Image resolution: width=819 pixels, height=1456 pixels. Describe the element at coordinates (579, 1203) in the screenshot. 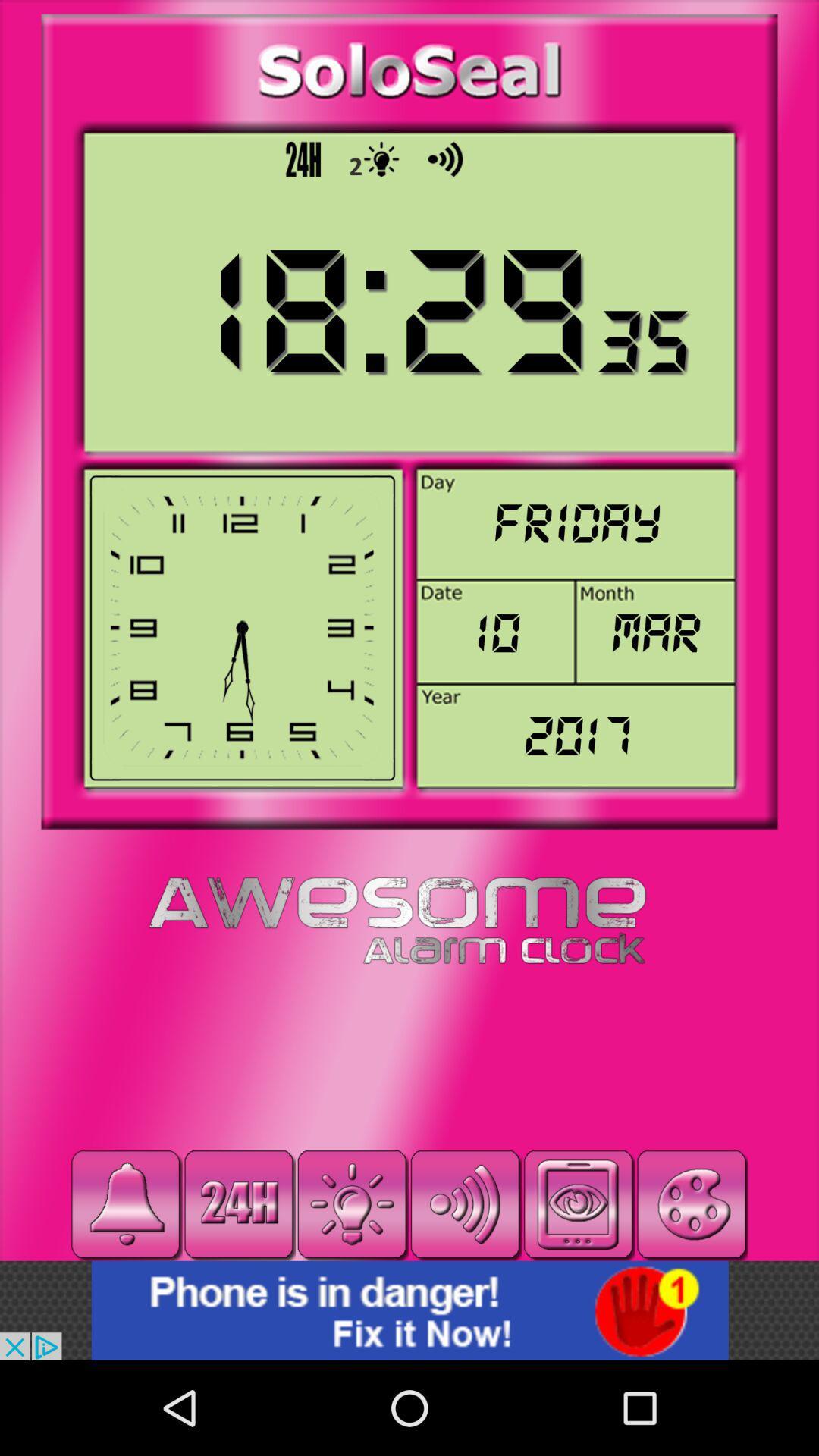

I see `option` at that location.